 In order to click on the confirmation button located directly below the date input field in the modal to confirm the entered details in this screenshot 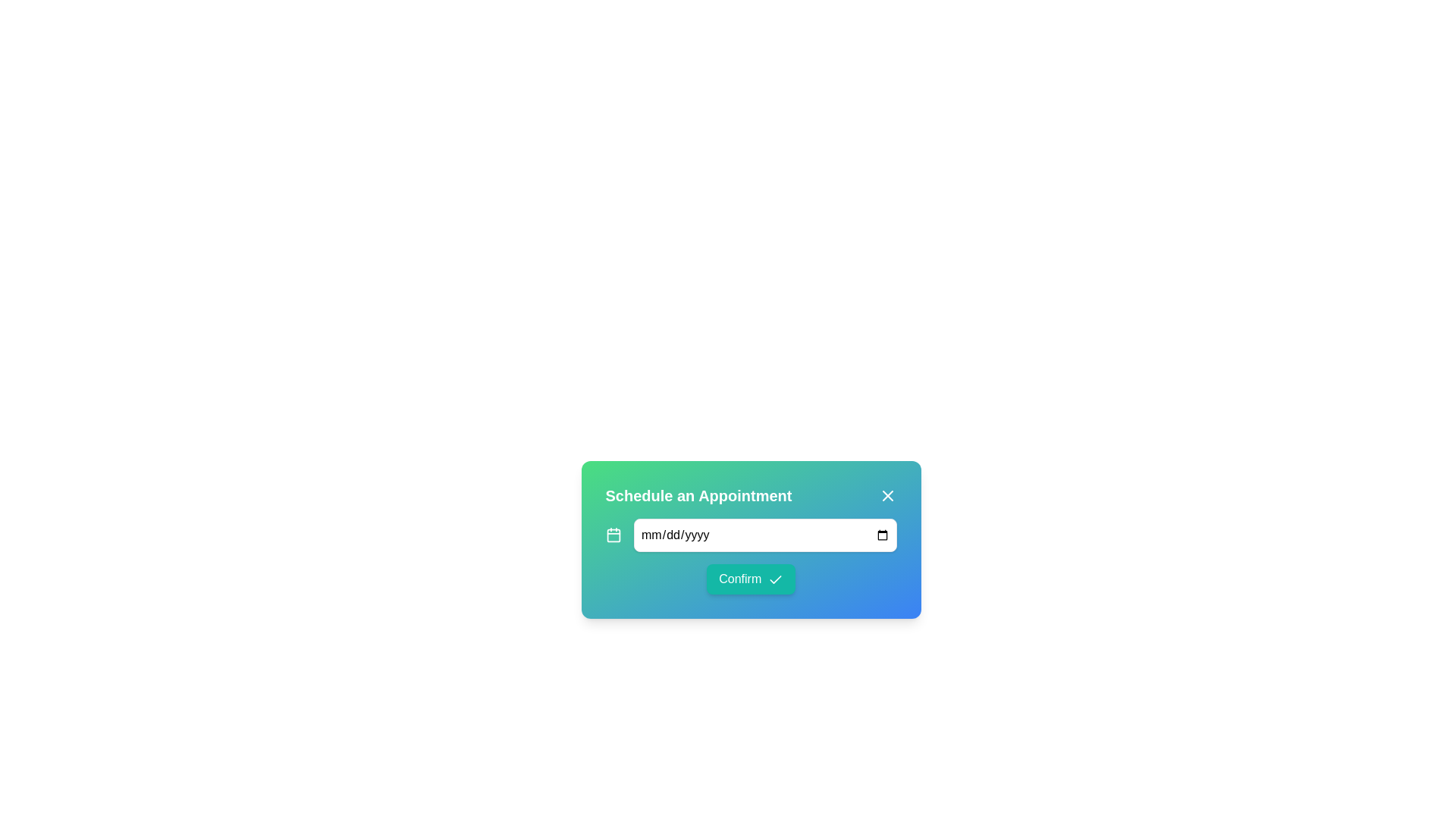, I will do `click(751, 556)`.